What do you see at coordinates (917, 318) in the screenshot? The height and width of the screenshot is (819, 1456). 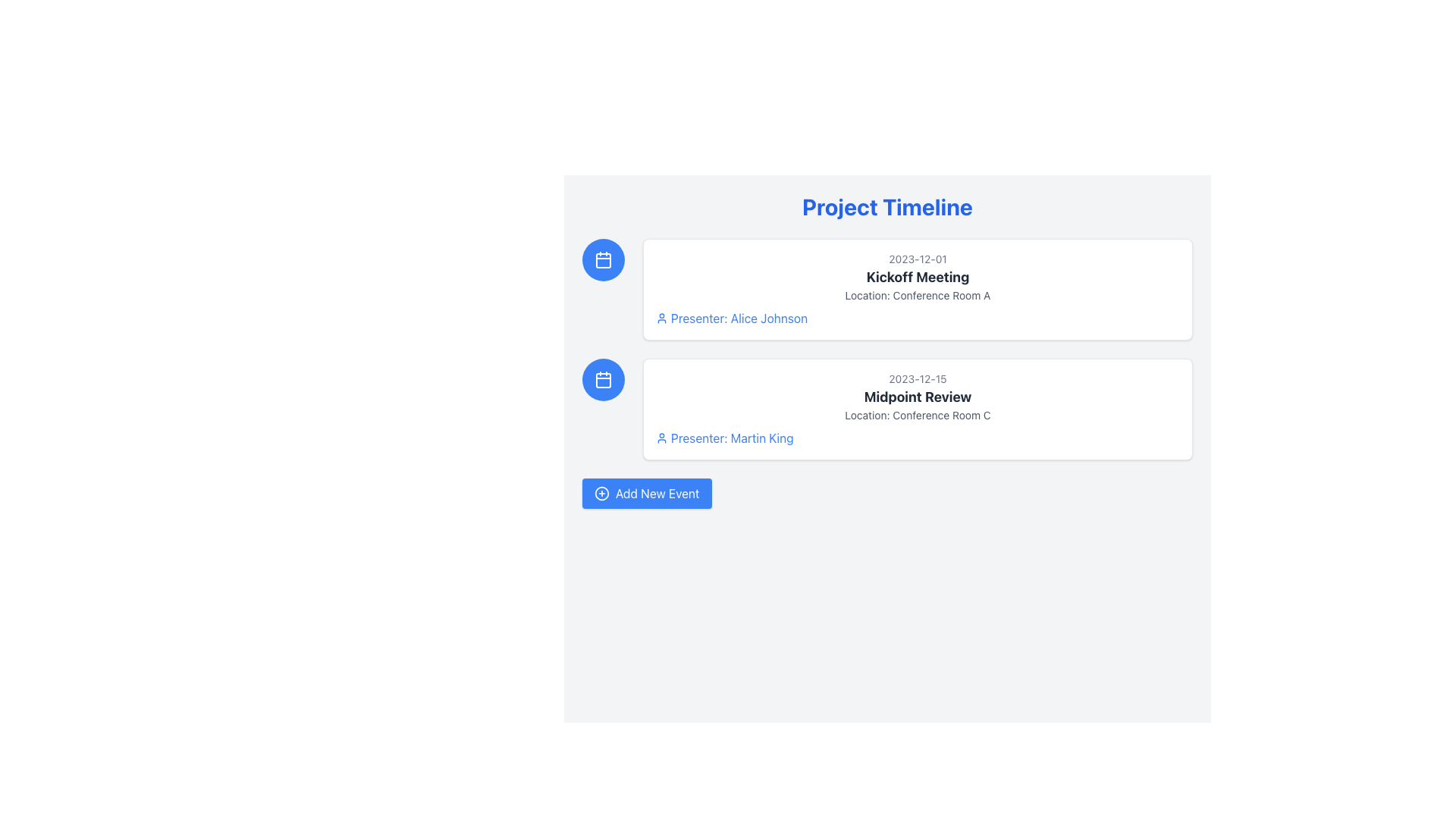 I see `the text label that reads 'Presenter: Alice Johnson' accompanied by a user profile icon, located in the details box for the 'Kickoff Meeting' entry` at bounding box center [917, 318].